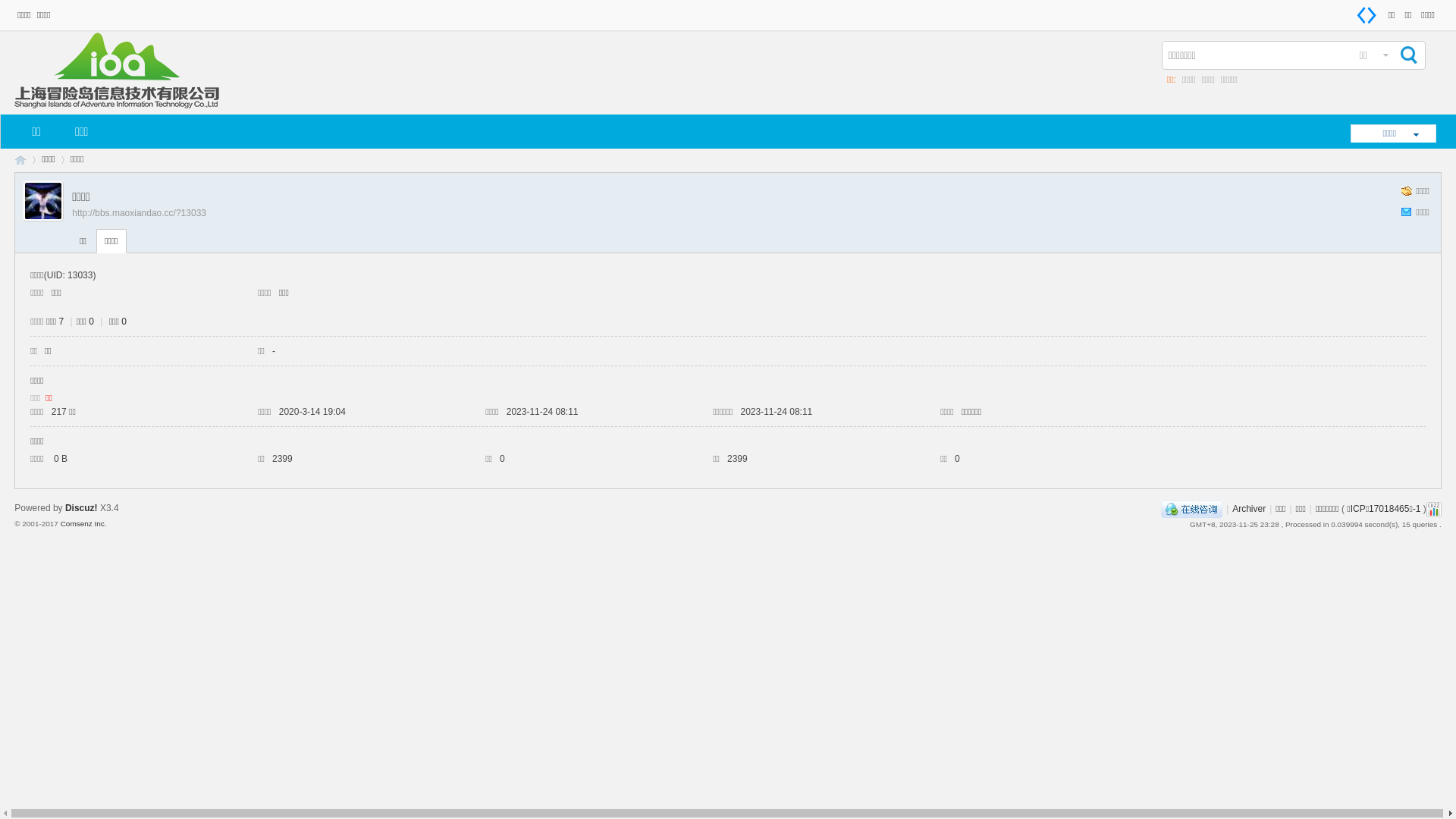  Describe the element at coordinates (1407, 55) in the screenshot. I see `'true'` at that location.